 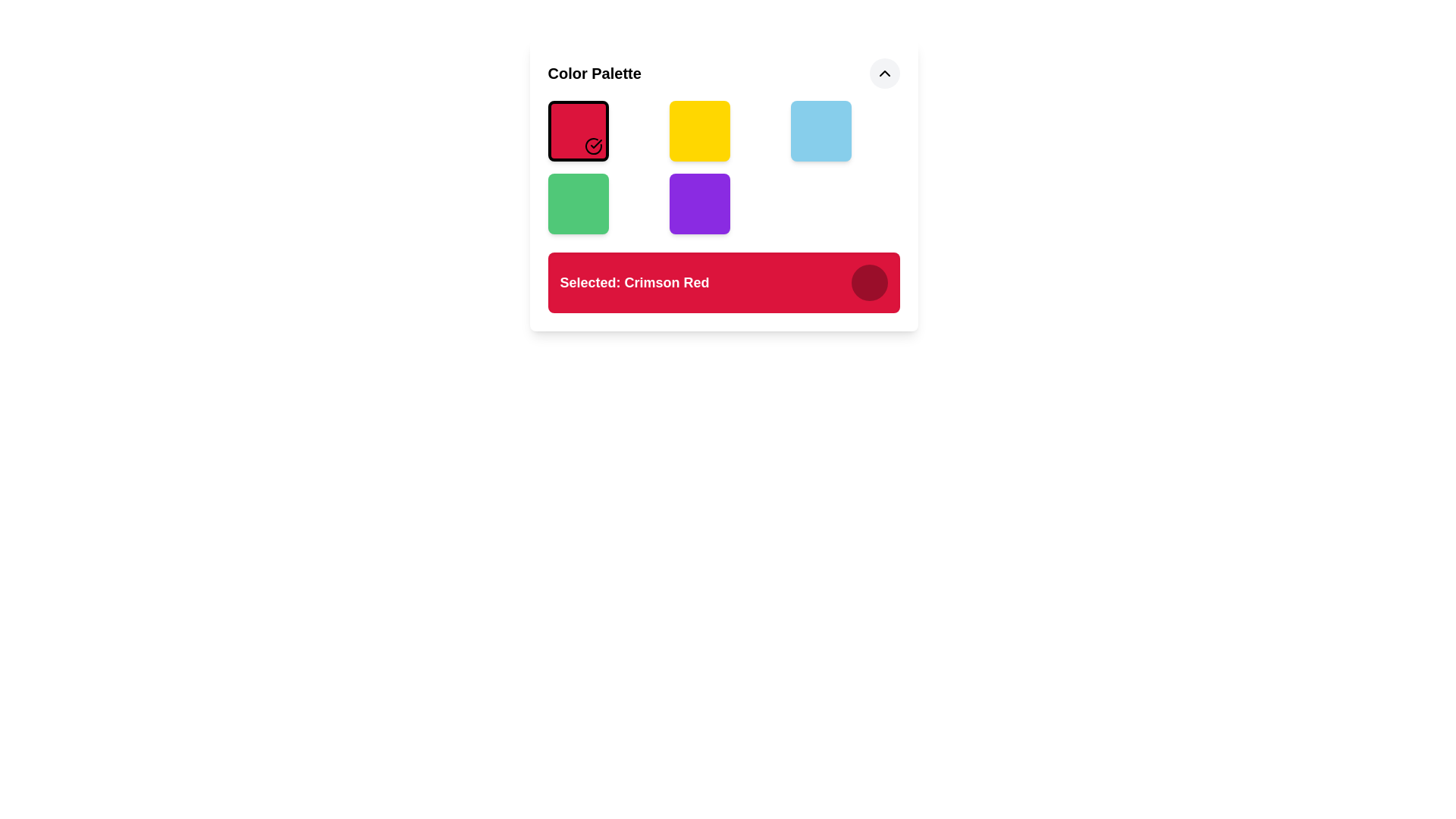 I want to click on the clickable color selection option with a cyan background located in the top row, third item of the color palette interface to enhance its size effect, so click(x=820, y=130).